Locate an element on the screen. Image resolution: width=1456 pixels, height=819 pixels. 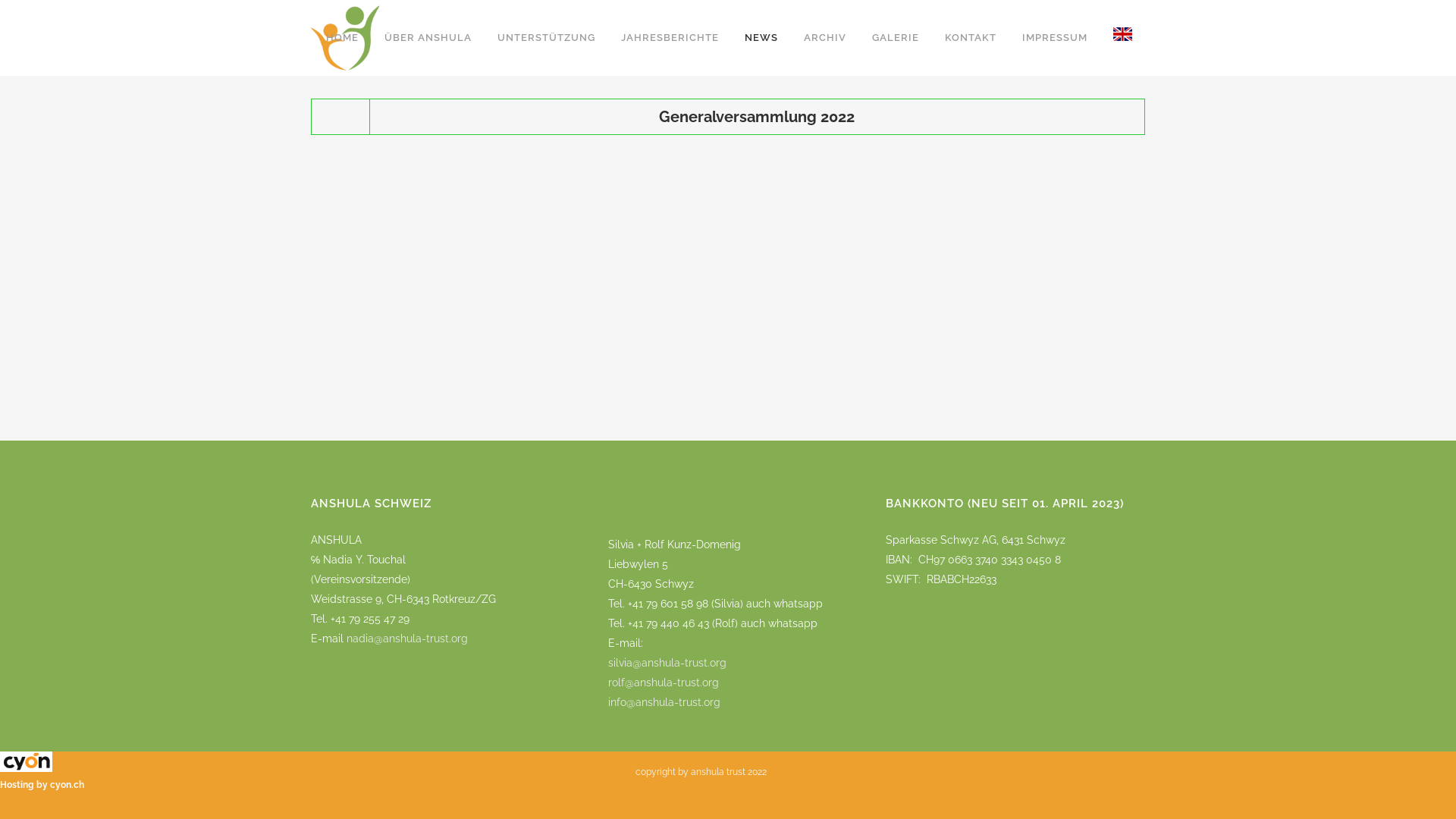
'JAHRESBERICHTE' is located at coordinates (669, 37).